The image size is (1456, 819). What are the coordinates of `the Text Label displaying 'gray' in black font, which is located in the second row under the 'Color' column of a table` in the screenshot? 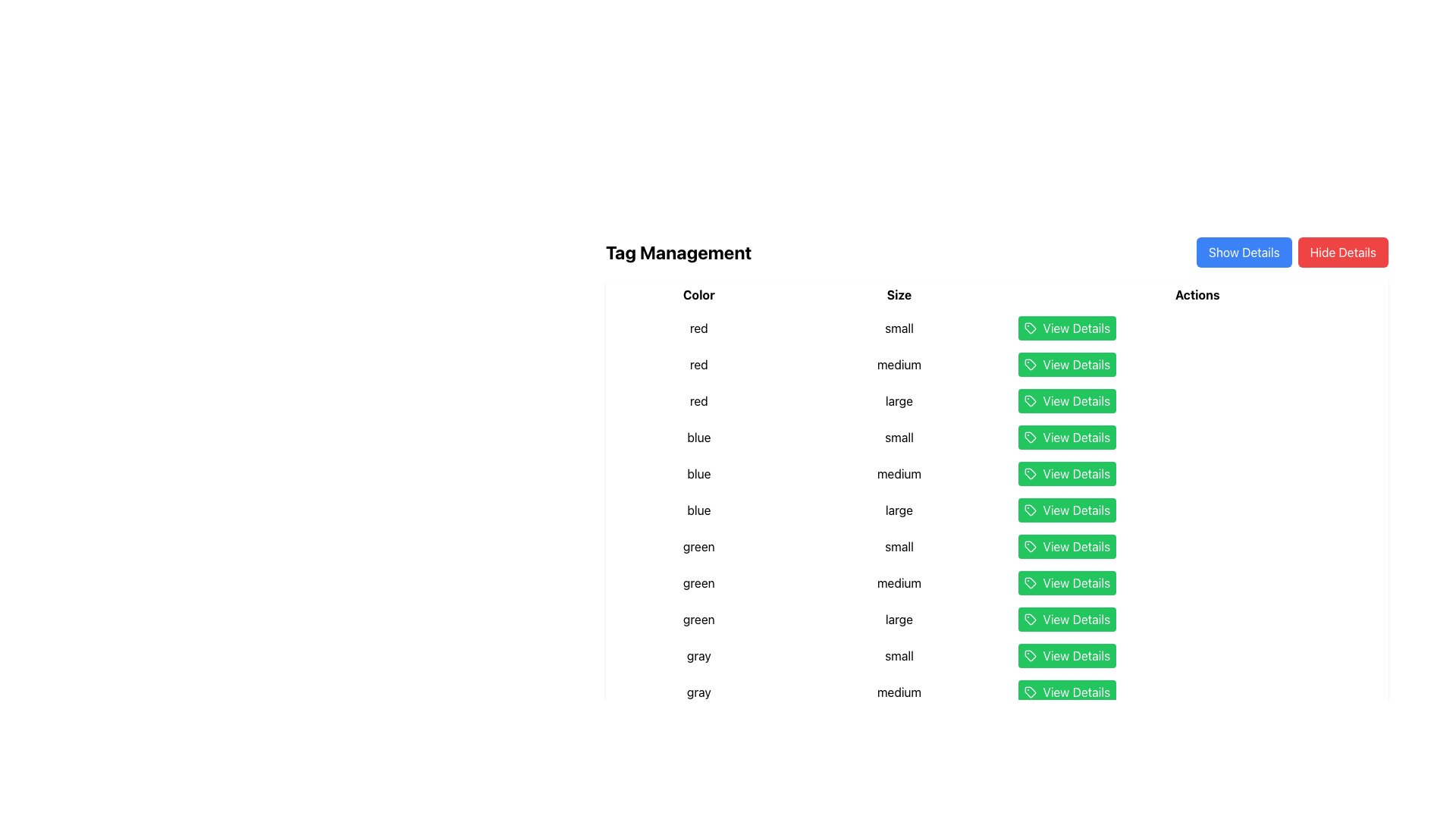 It's located at (698, 692).